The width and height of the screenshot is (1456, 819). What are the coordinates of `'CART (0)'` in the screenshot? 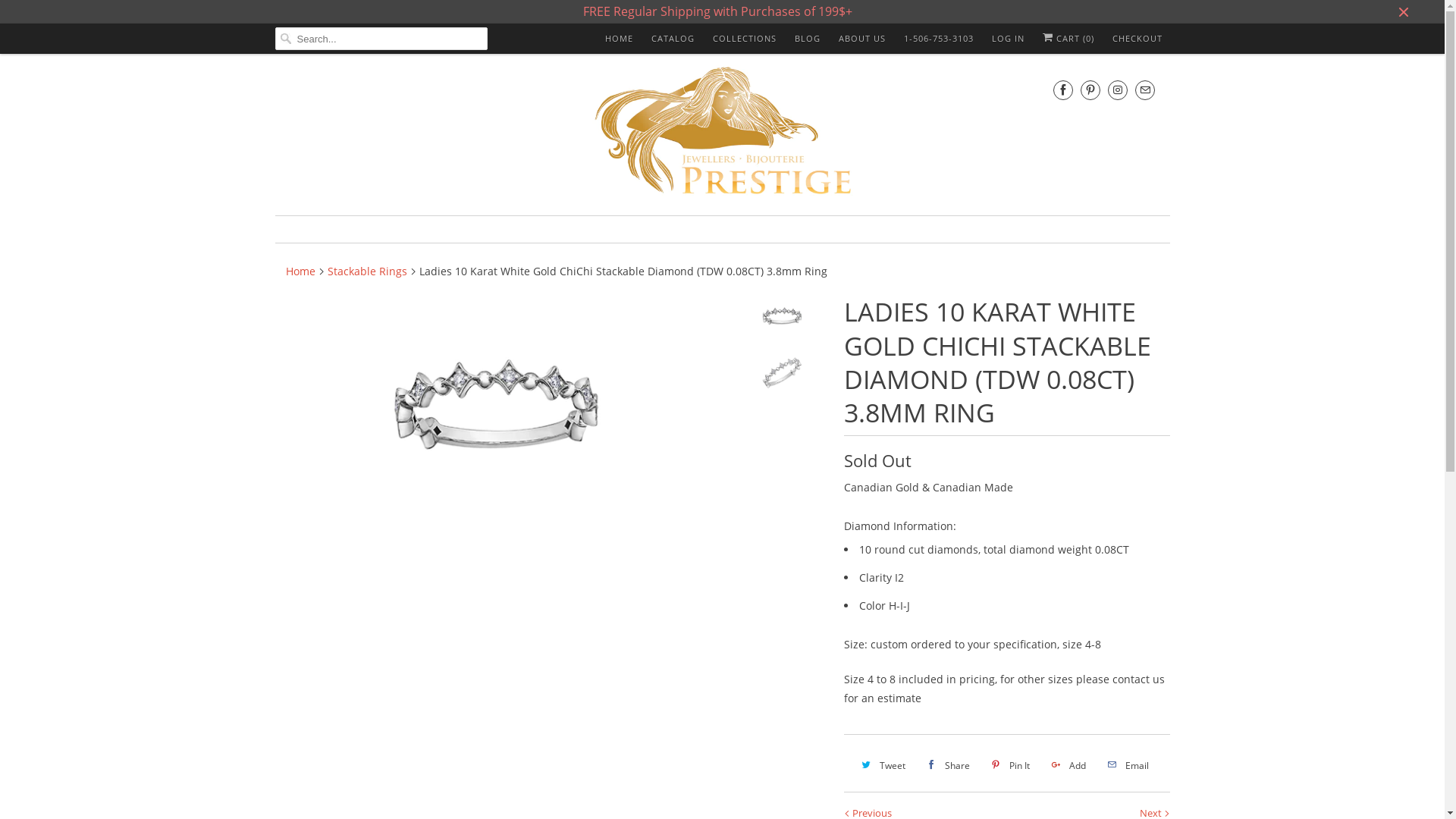 It's located at (1066, 37).